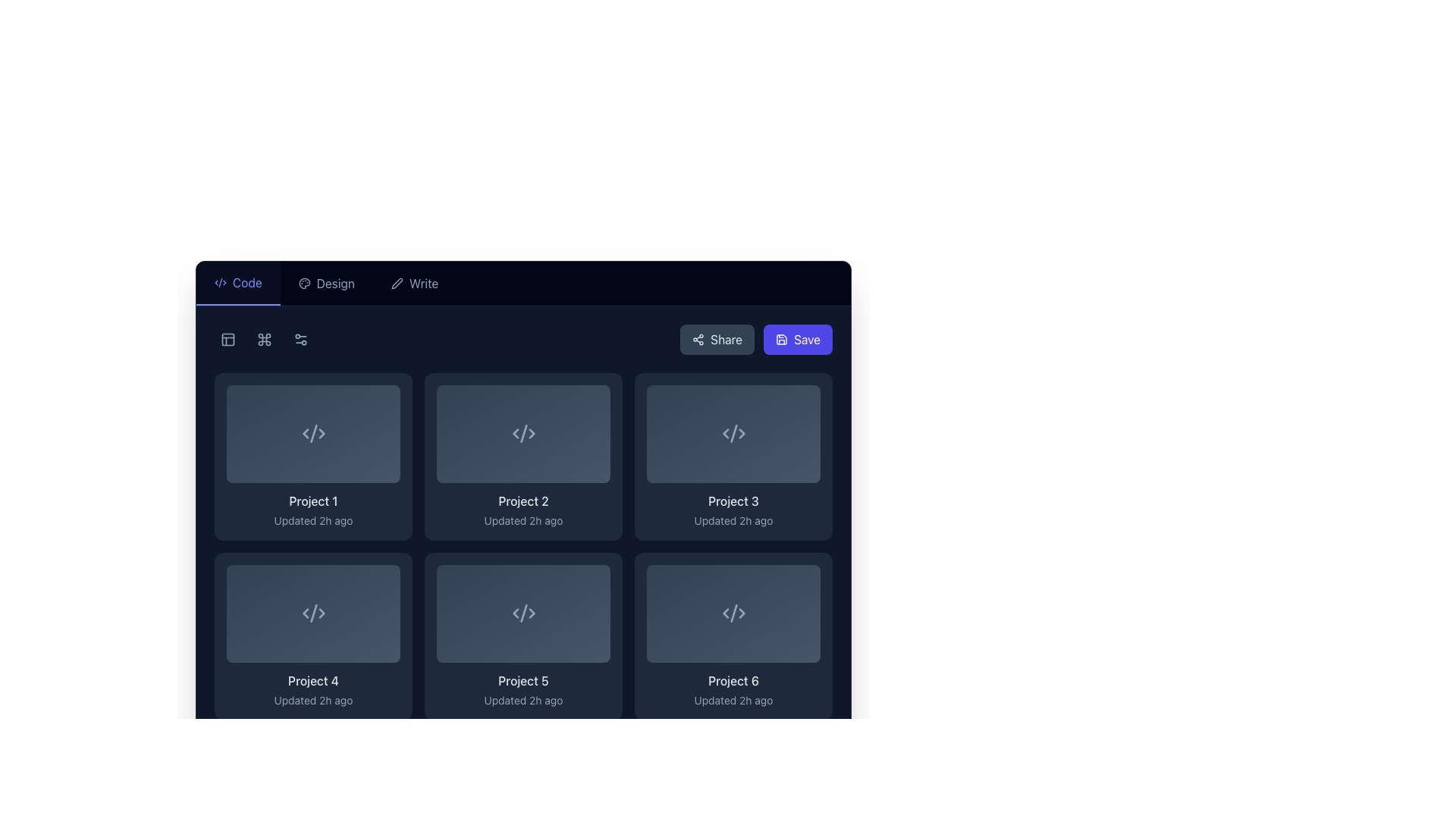 This screenshot has height=819, width=1456. I want to click on the 'Design' navigation button, which is the second item in the navigation bar and contains a palette icon followed by the text 'Design', so click(325, 284).